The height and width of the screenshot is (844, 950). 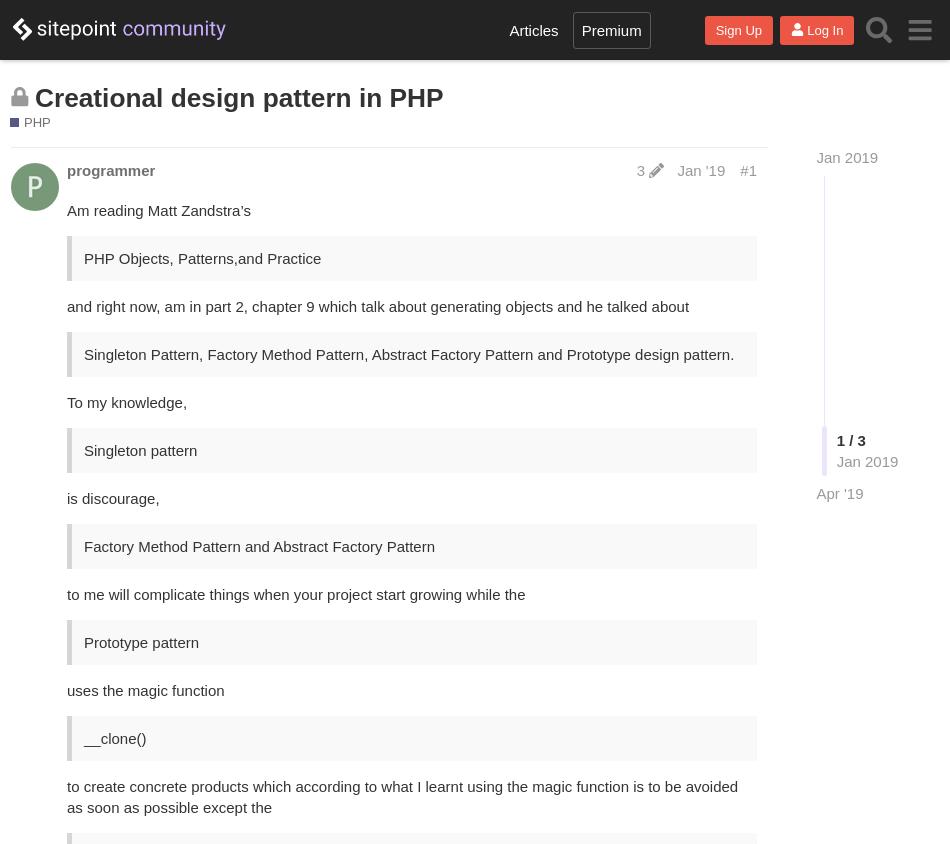 What do you see at coordinates (401, 796) in the screenshot?
I see `'to create concrete products which according to what I learnt using the magic function is to be avoided as soon as possible except the'` at bounding box center [401, 796].